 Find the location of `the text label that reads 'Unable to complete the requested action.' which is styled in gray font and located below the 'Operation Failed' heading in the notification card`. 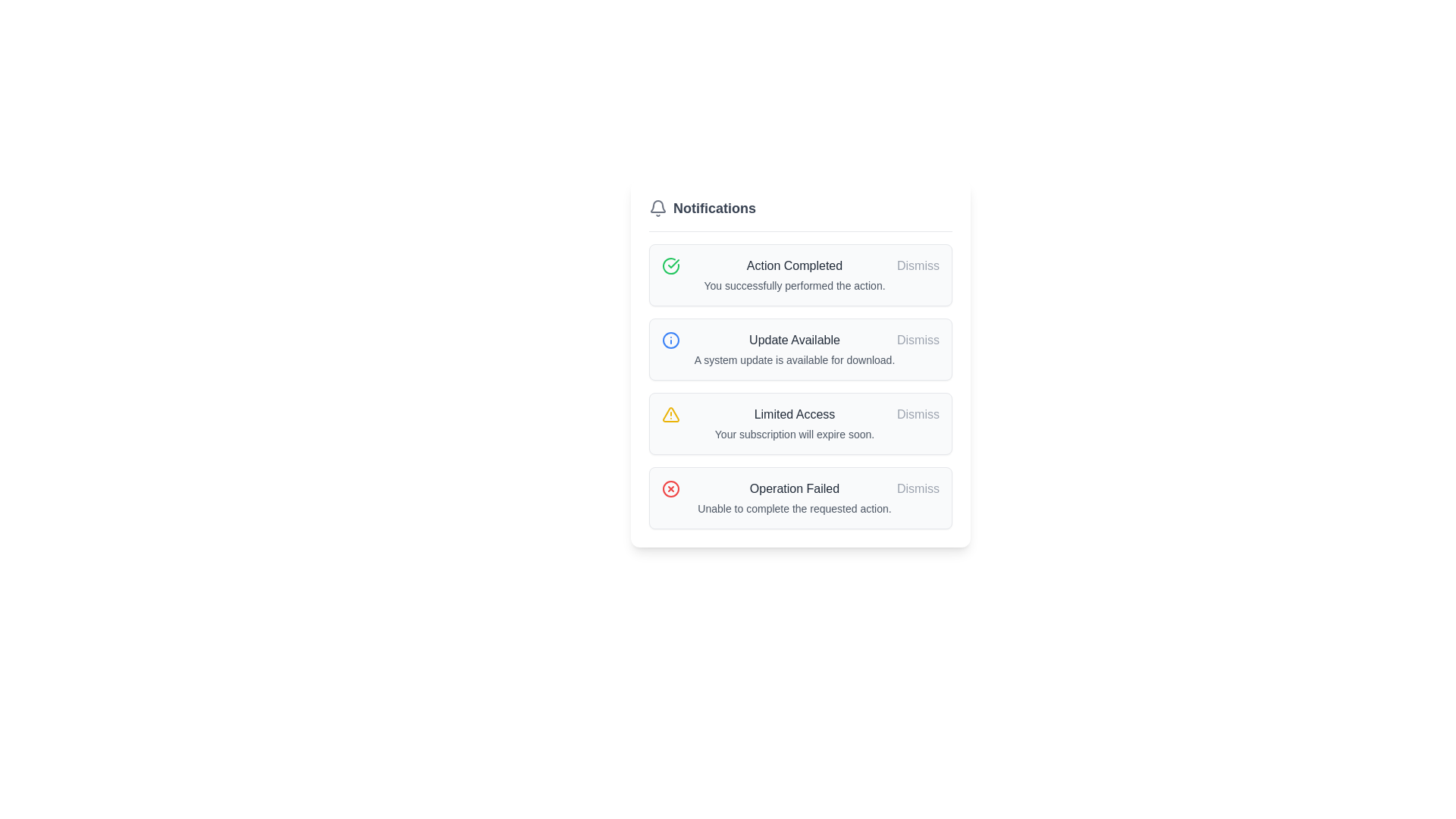

the text label that reads 'Unable to complete the requested action.' which is styled in gray font and located below the 'Operation Failed' heading in the notification card is located at coordinates (793, 509).